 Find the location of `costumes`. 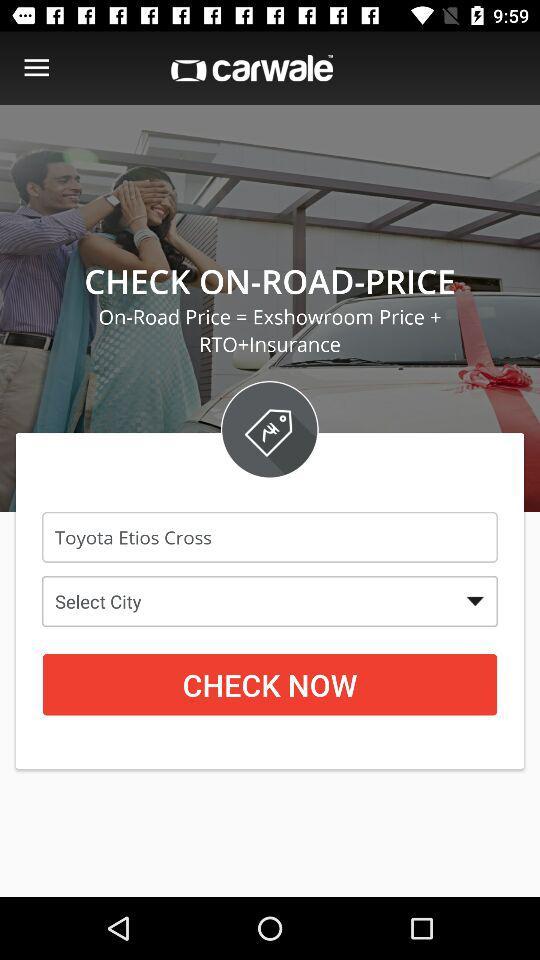

costumes is located at coordinates (36, 68).